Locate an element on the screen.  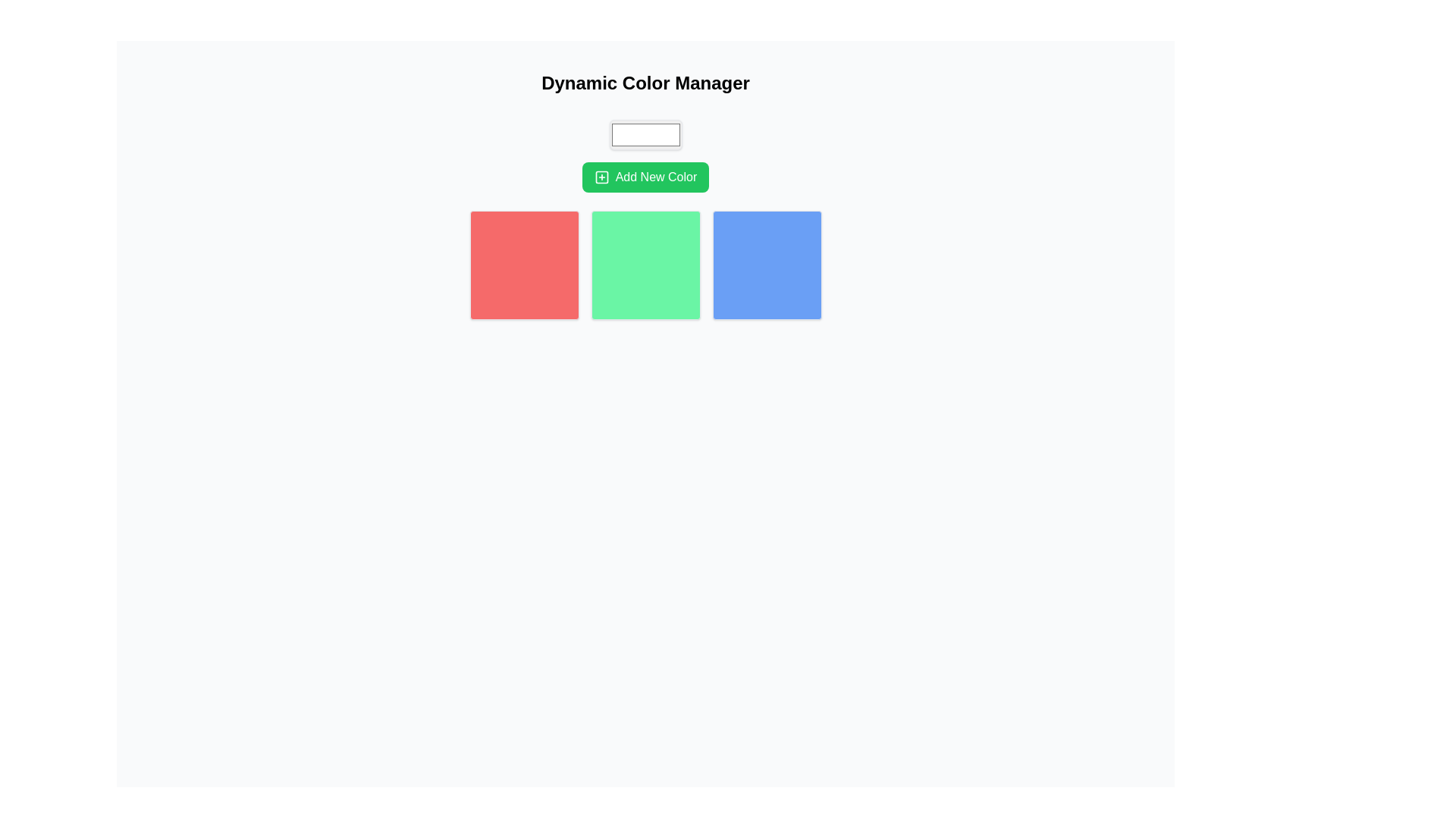
the rectangular color selector box with a white background located below the 'Dynamic Color Manager' title is located at coordinates (645, 133).